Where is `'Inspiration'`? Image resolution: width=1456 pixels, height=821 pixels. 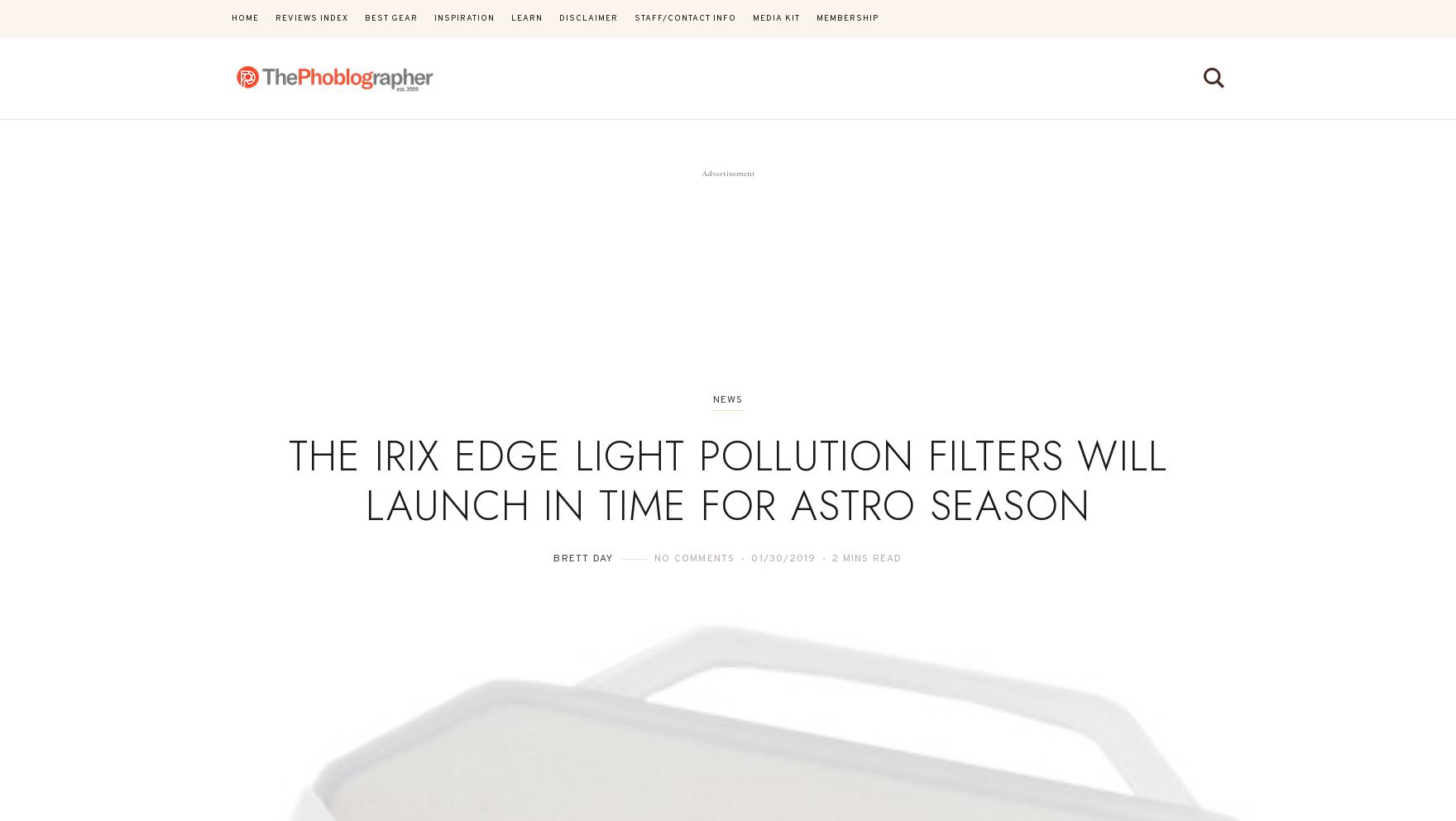 'Inspiration' is located at coordinates (434, 17).